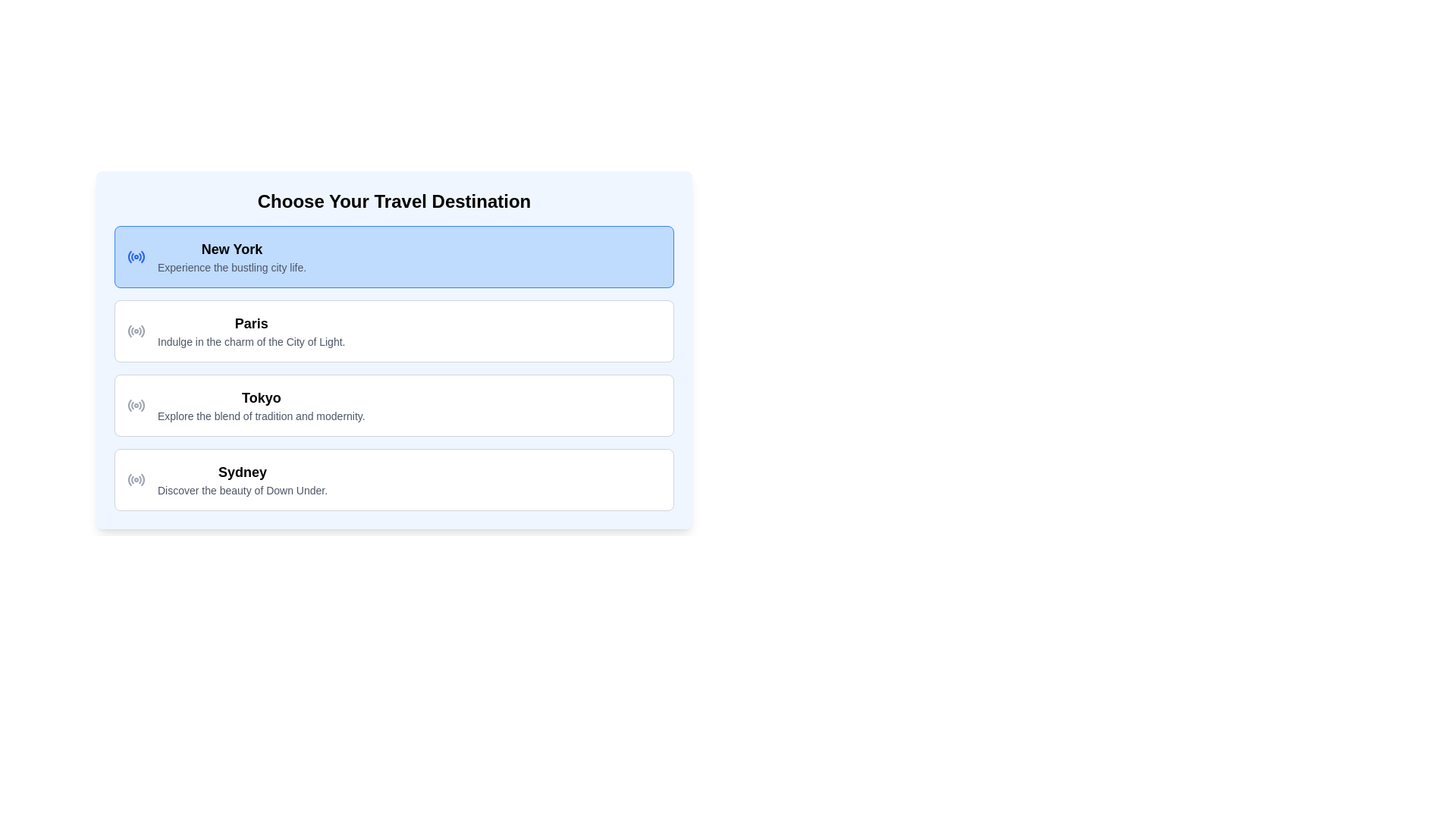 This screenshot has height=819, width=1456. What do you see at coordinates (136, 256) in the screenshot?
I see `the blue circular radio icon with a radar-like design located on the far left of the 'New York' rectangle in the travel destinations list` at bounding box center [136, 256].